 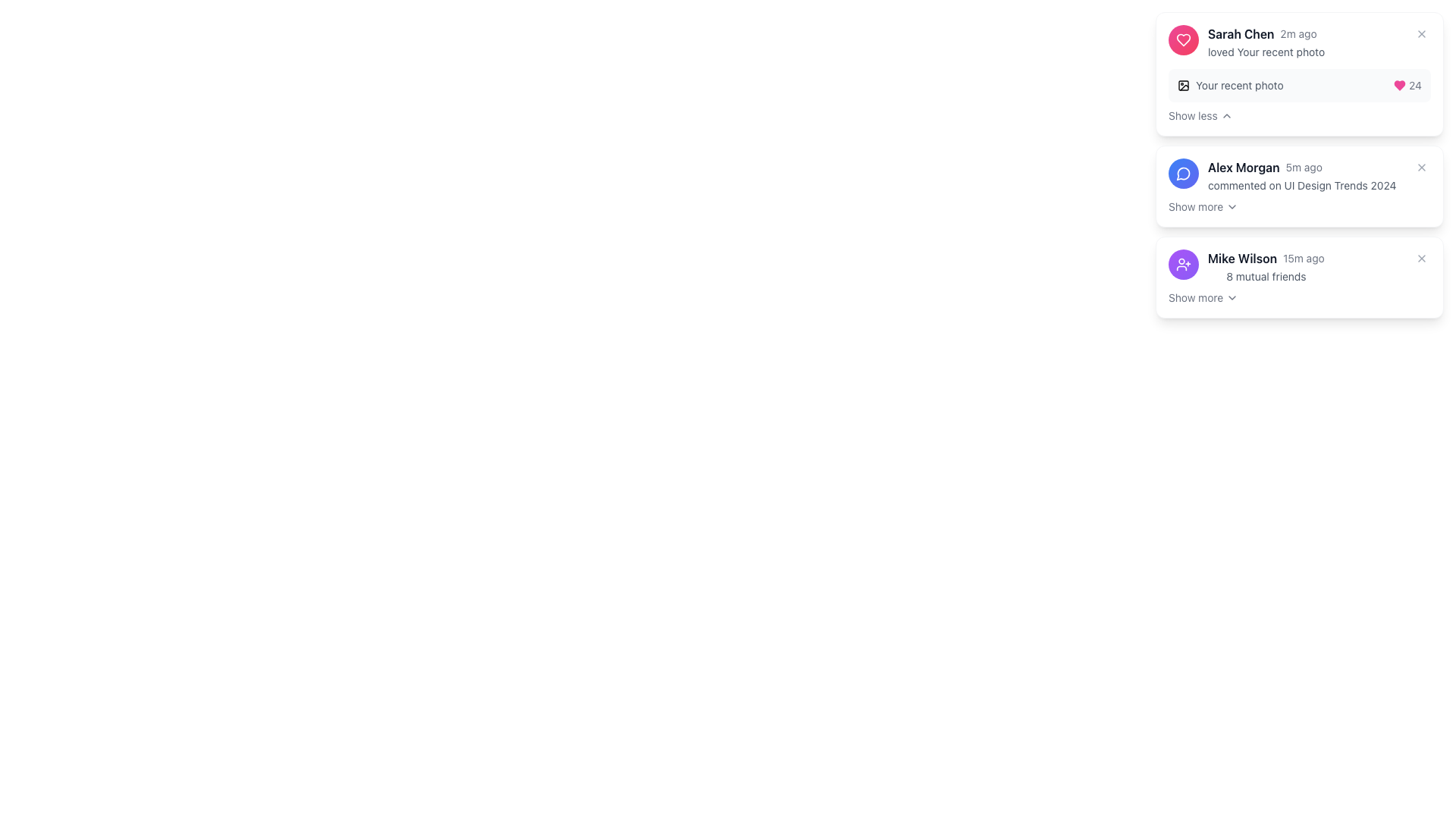 What do you see at coordinates (1266, 277) in the screenshot?
I see `number of mutual friends displayed in the text label '8 mutual friends' located beneath the name 'Mike Wilson' in the notification card` at bounding box center [1266, 277].